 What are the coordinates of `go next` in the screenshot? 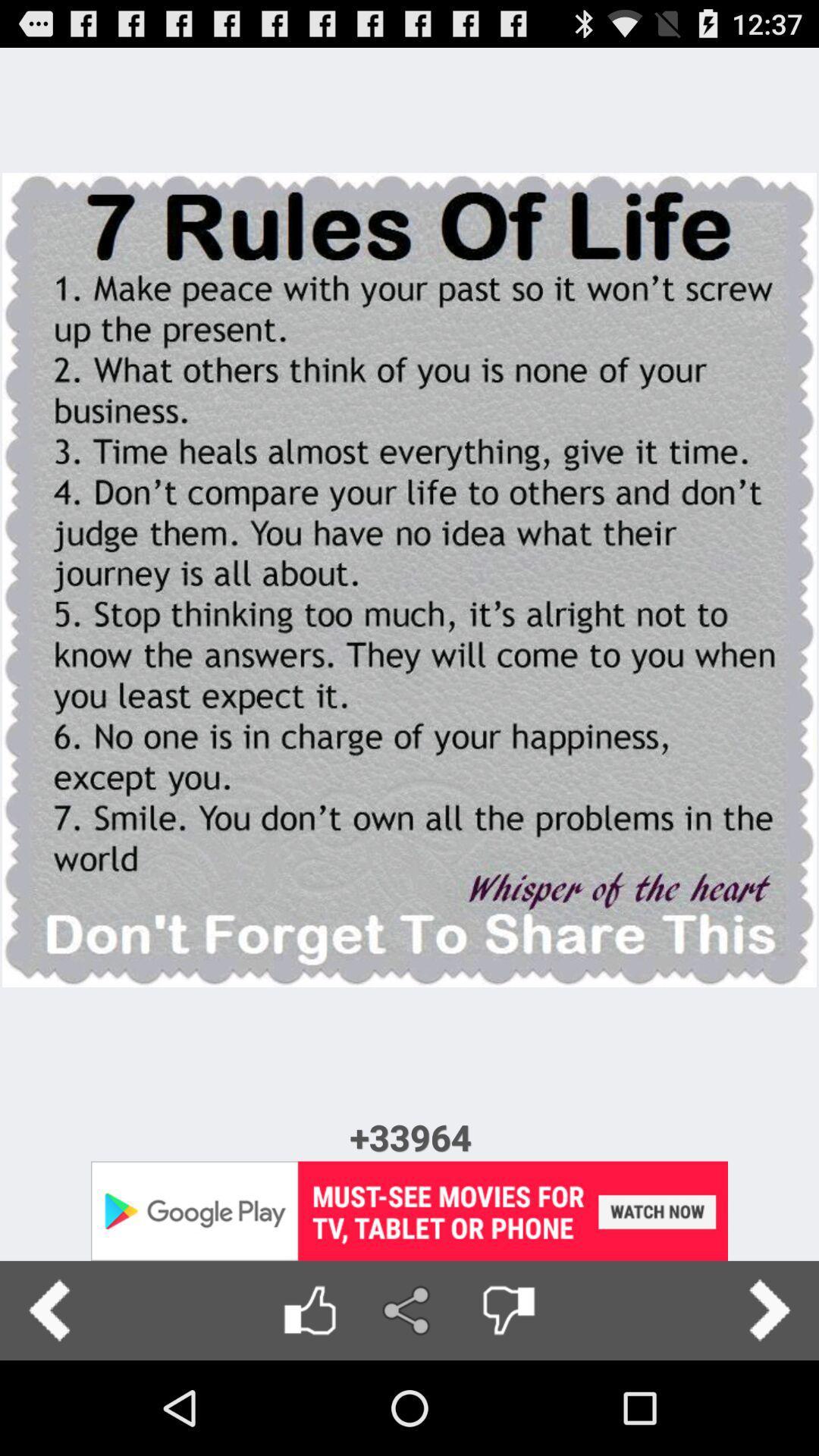 It's located at (769, 1310).